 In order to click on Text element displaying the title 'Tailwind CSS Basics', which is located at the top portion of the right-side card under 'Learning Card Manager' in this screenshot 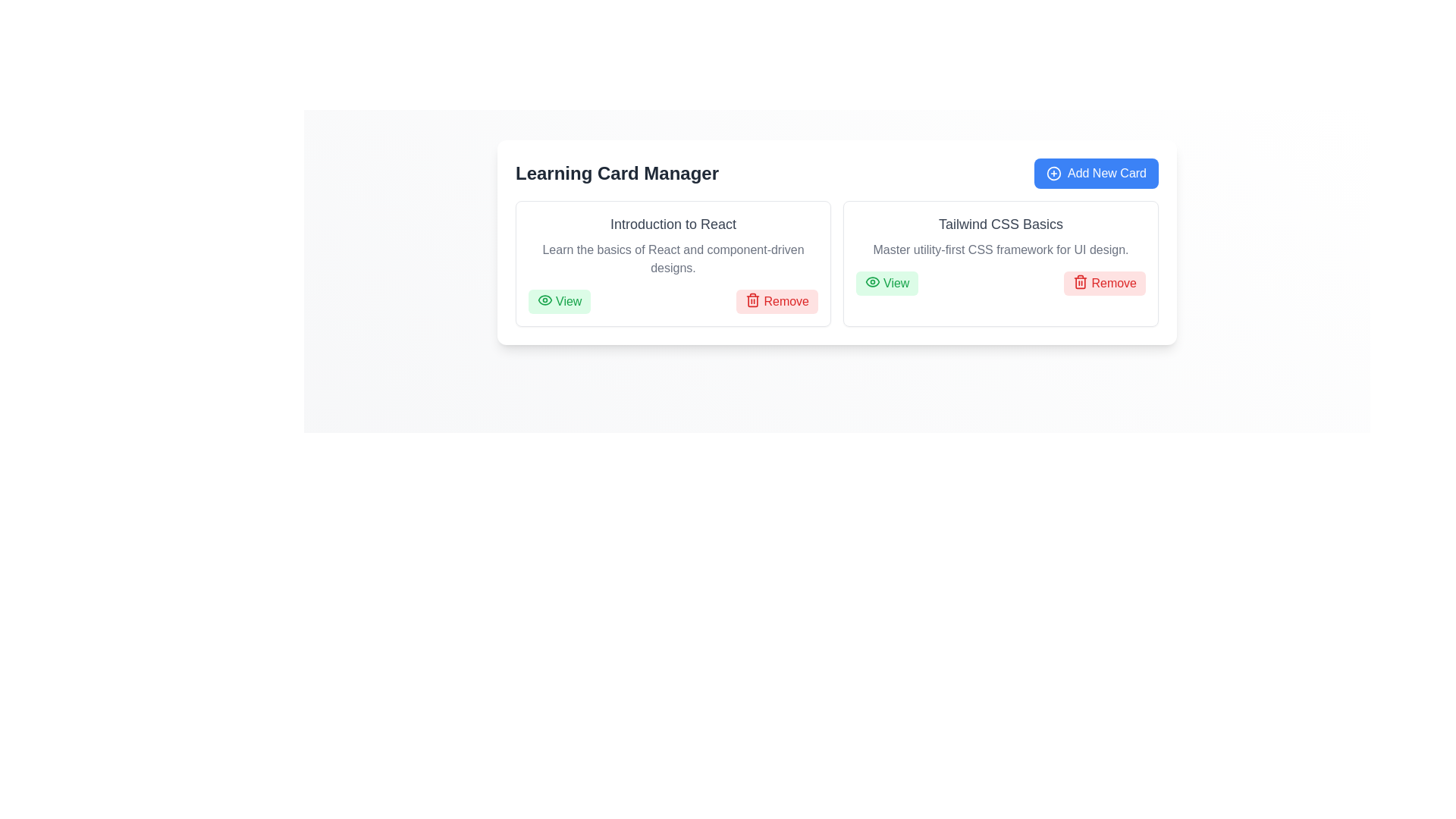, I will do `click(1001, 224)`.